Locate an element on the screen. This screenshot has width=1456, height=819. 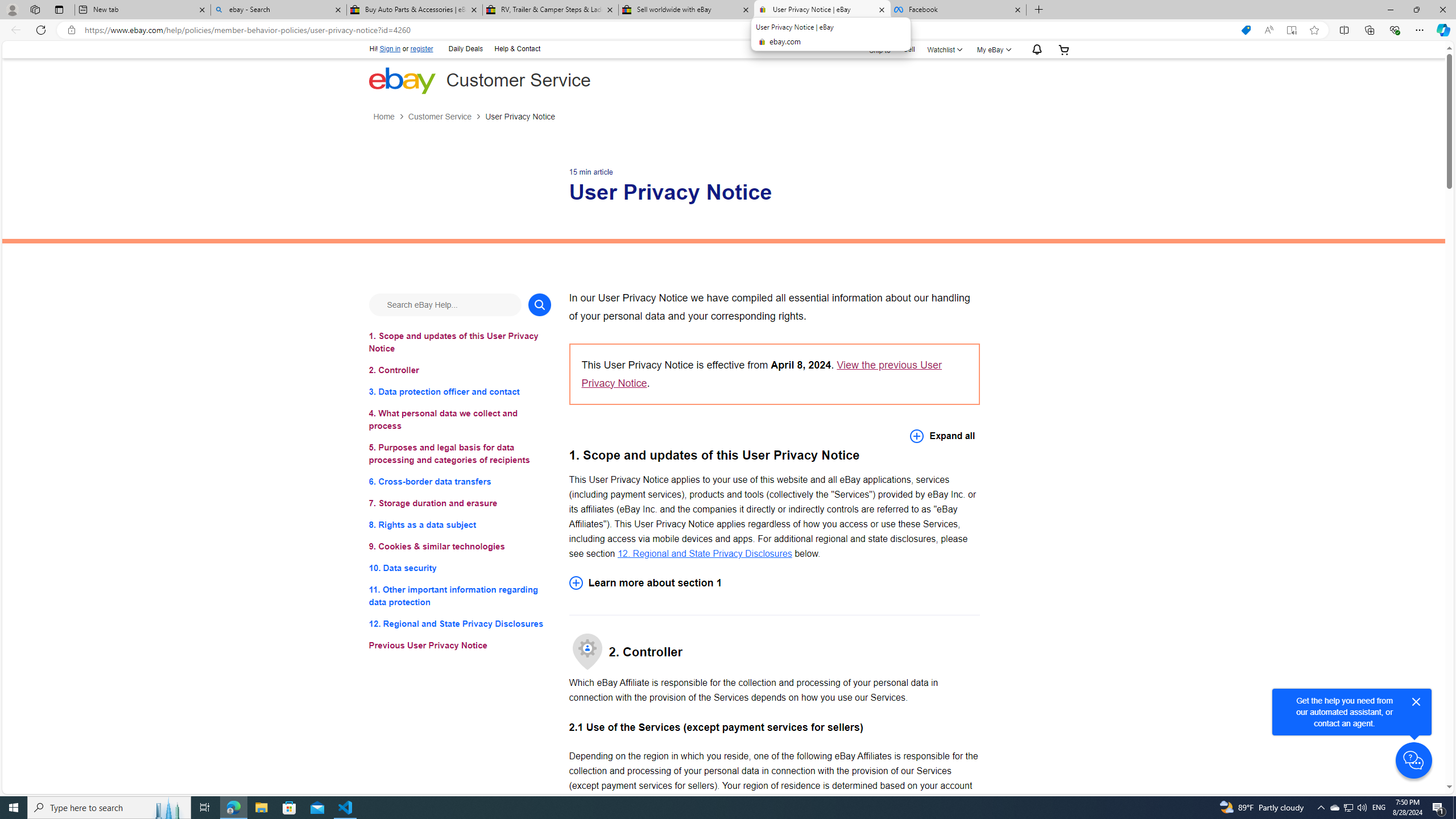
'Sell worldwide with eBay' is located at coordinates (685, 9).